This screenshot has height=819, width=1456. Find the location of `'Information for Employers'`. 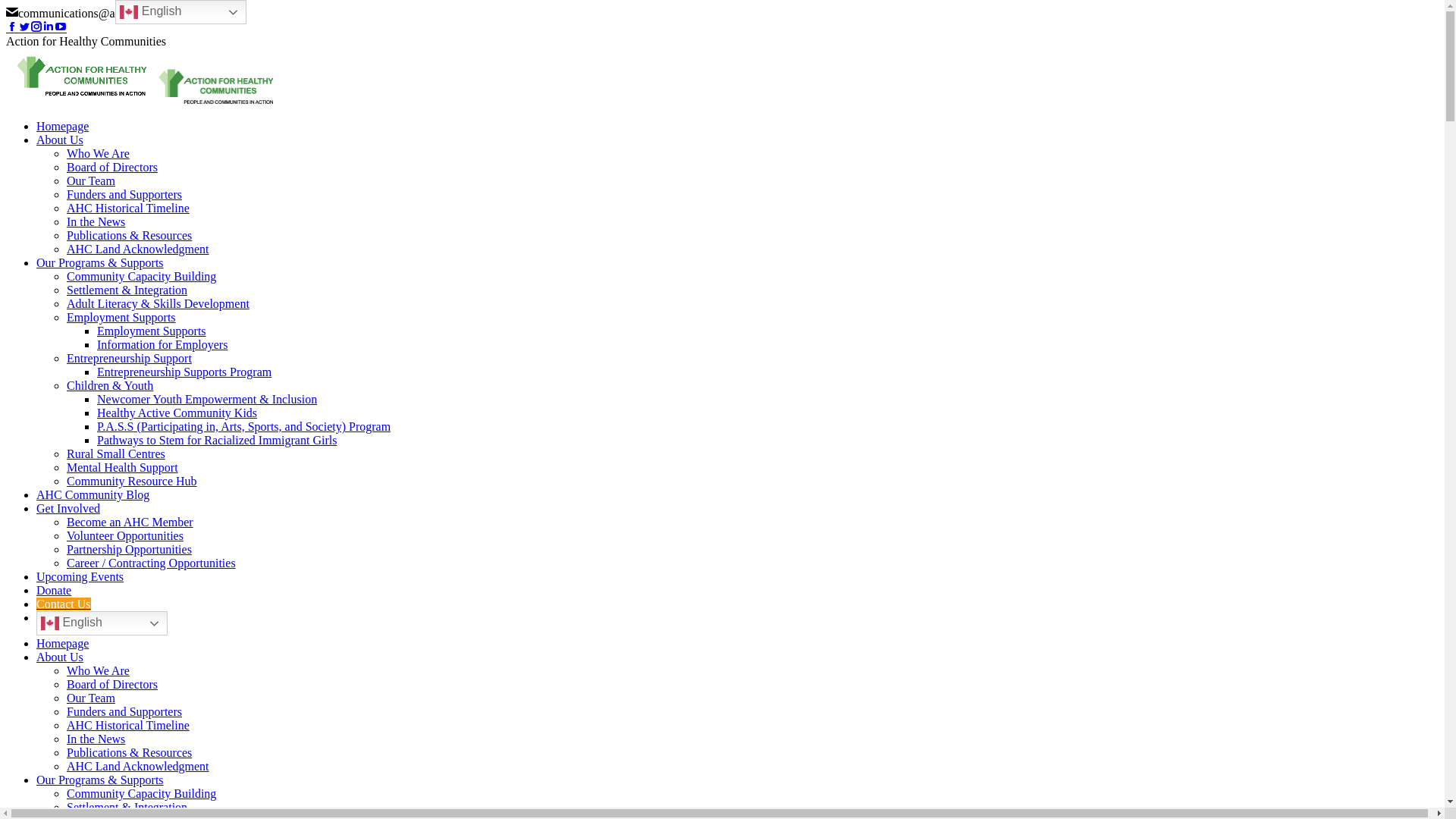

'Information for Employers' is located at coordinates (162, 344).